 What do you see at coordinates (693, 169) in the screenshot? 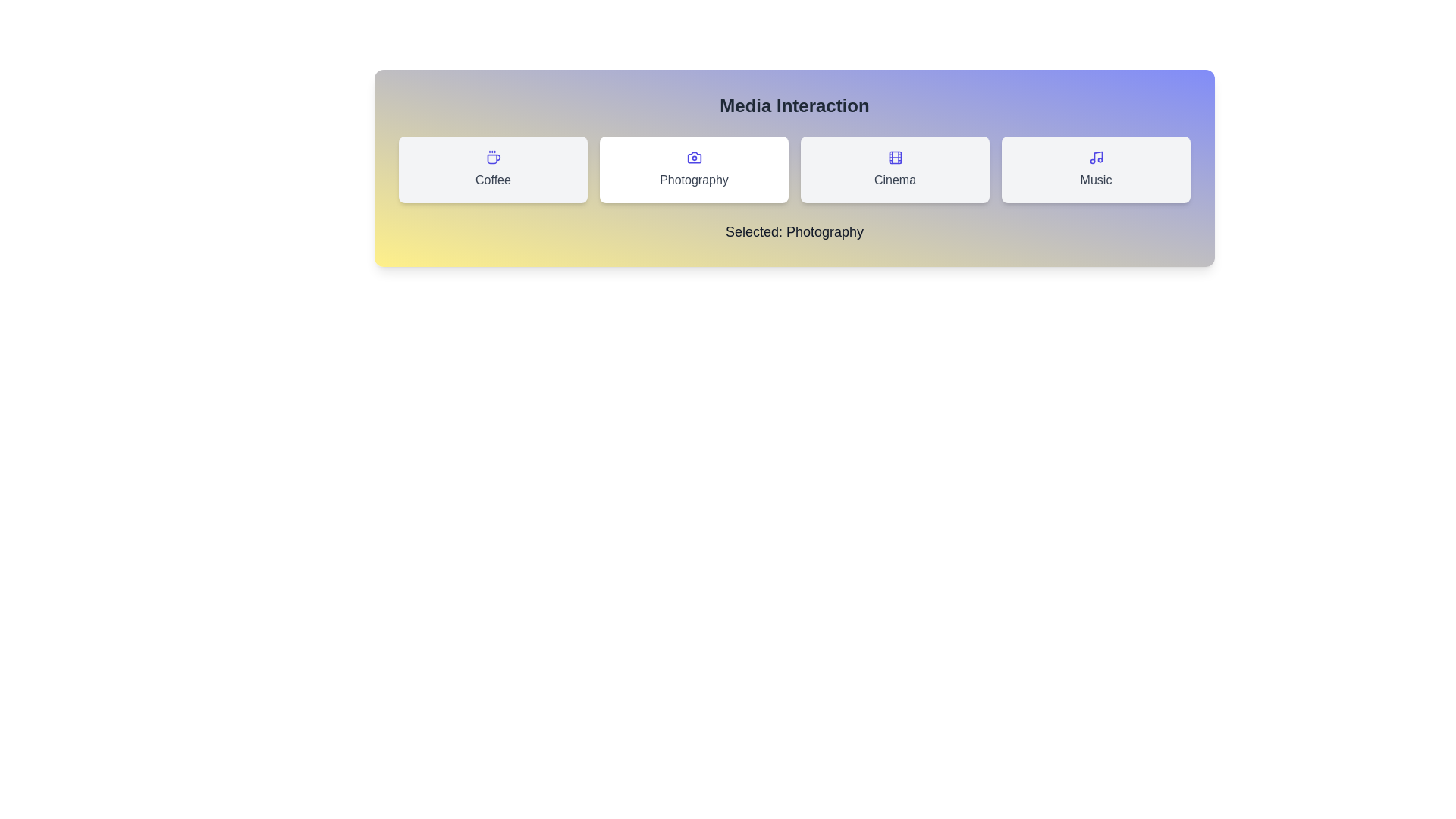
I see `the selectable button labeled 'Photography' with a camera icon, which is styled with a white background and blue border` at bounding box center [693, 169].